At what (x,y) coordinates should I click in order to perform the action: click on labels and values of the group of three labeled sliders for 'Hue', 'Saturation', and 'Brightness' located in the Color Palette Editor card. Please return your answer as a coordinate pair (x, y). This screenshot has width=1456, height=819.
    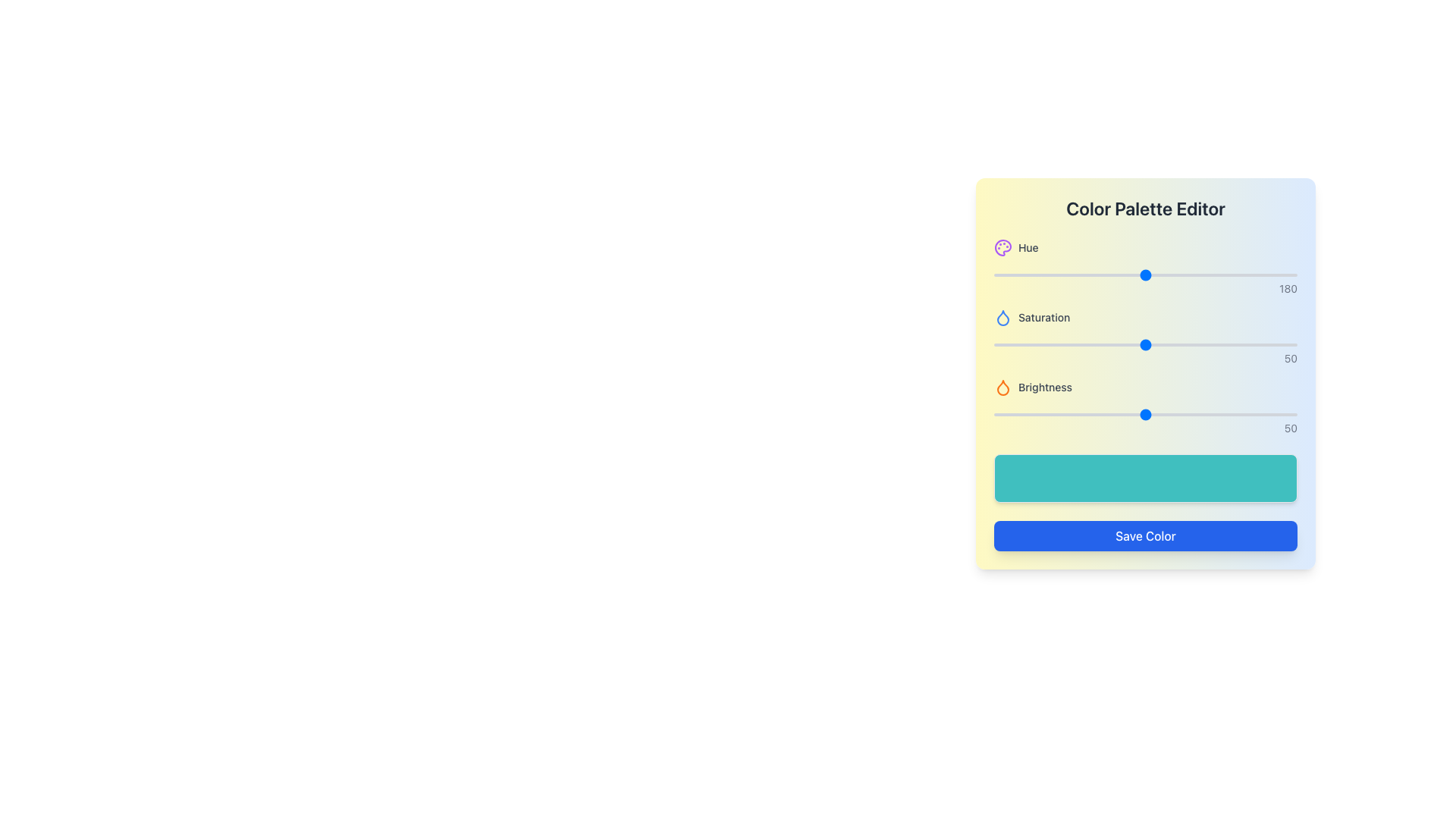
    Looking at the image, I should click on (1146, 336).